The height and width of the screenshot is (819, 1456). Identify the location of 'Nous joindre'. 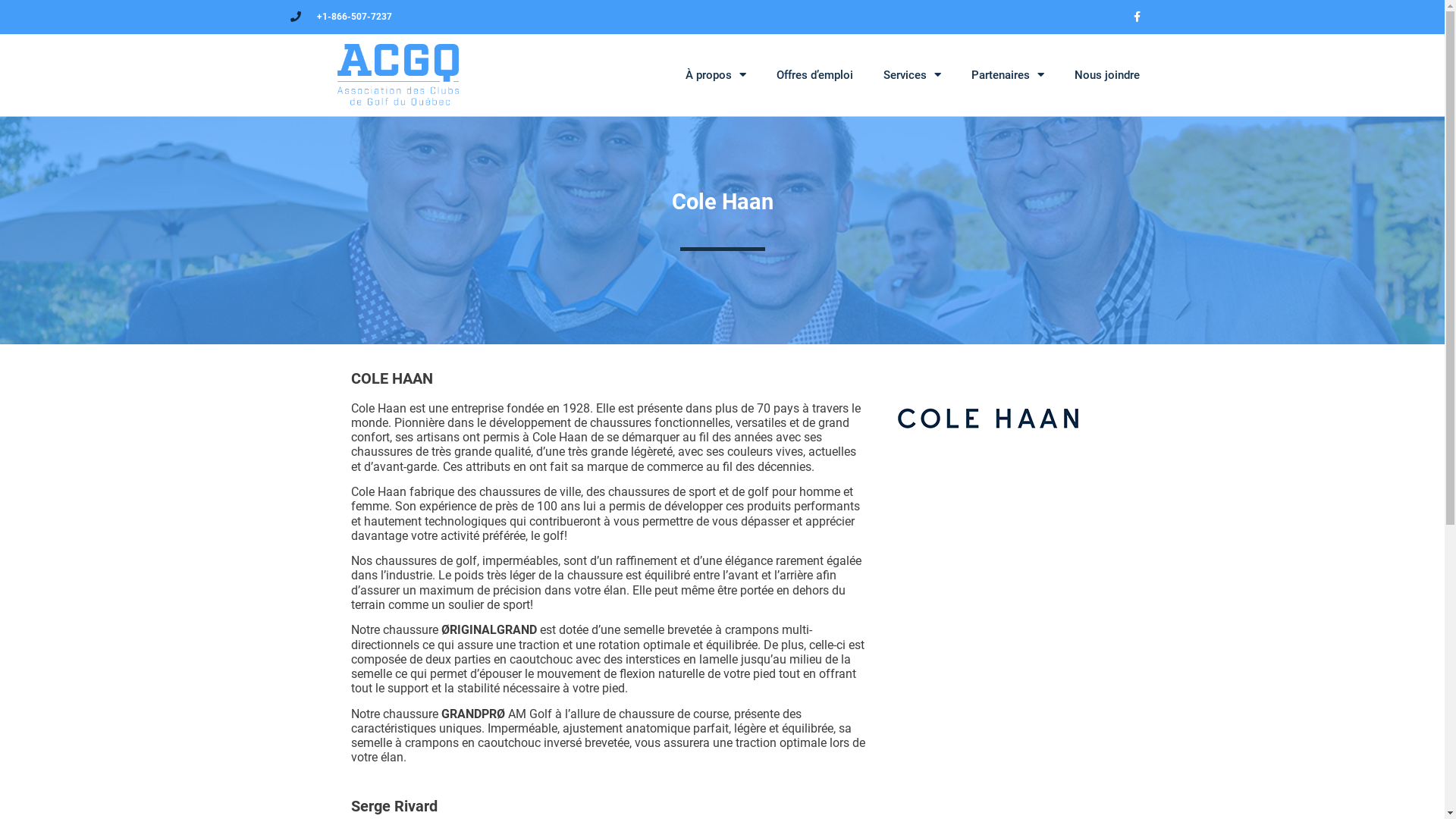
(1058, 75).